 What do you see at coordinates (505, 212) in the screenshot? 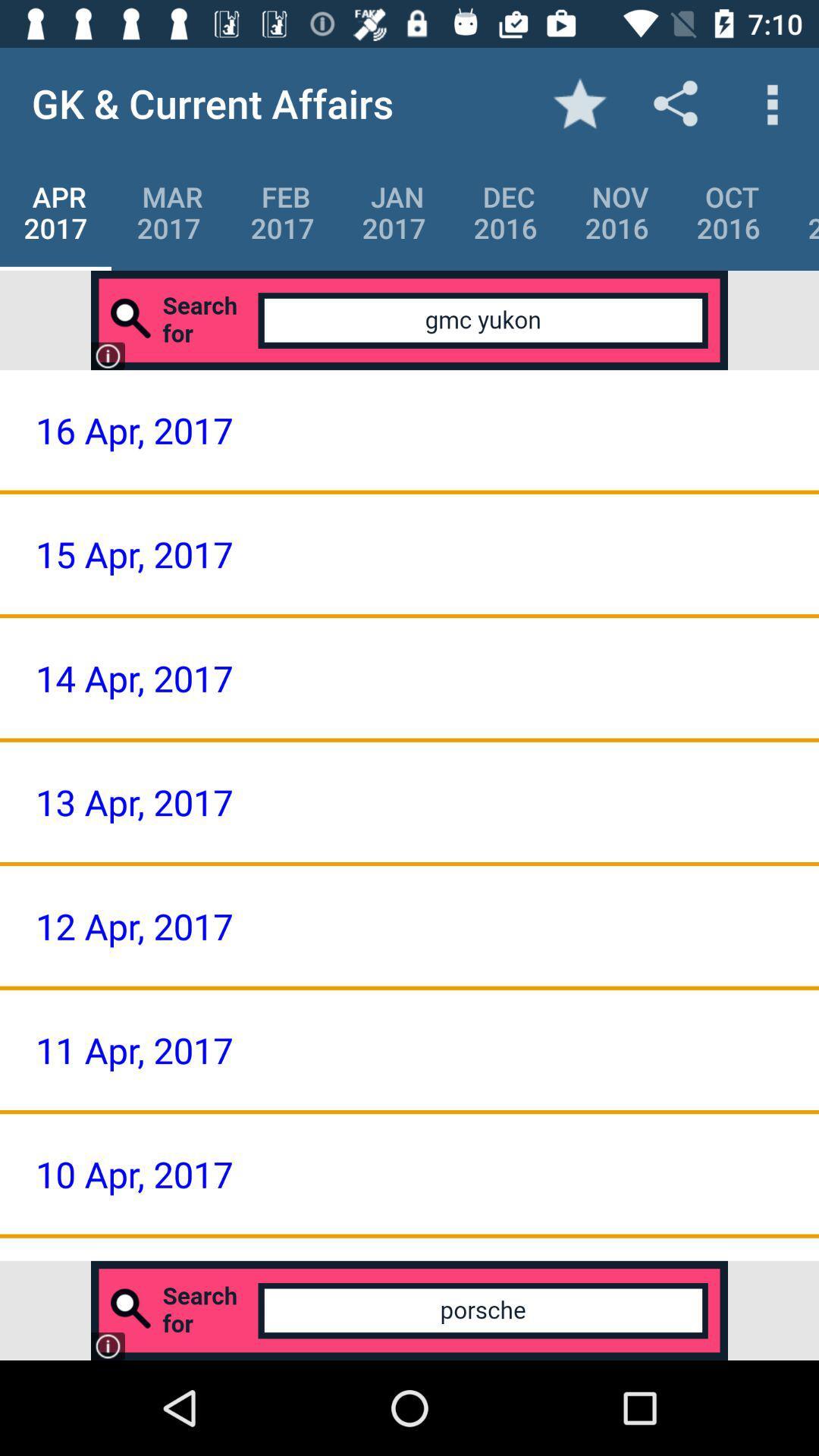
I see `the icon next to the  nov` at bounding box center [505, 212].